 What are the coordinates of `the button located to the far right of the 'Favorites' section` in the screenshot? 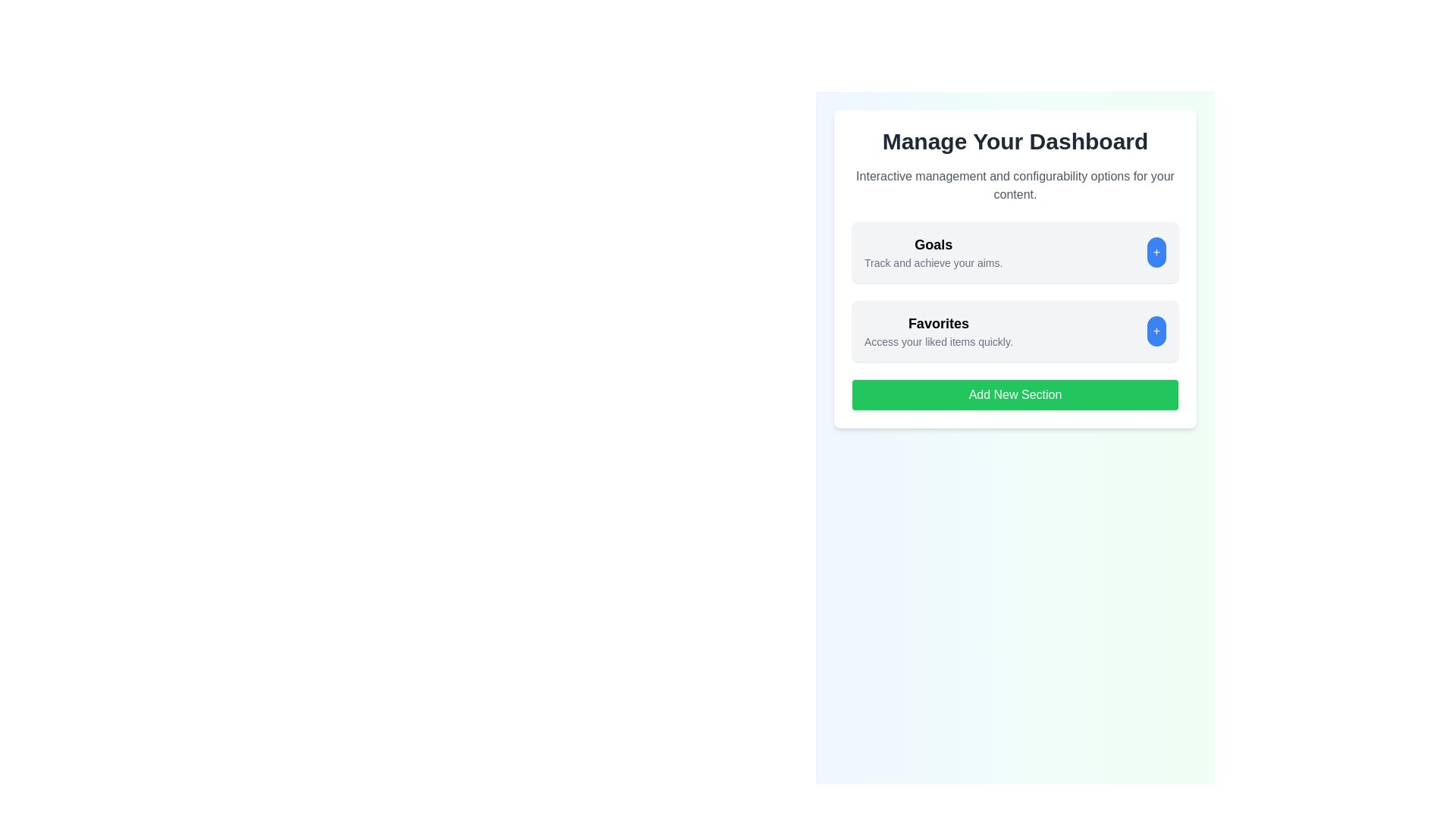 It's located at (1156, 330).